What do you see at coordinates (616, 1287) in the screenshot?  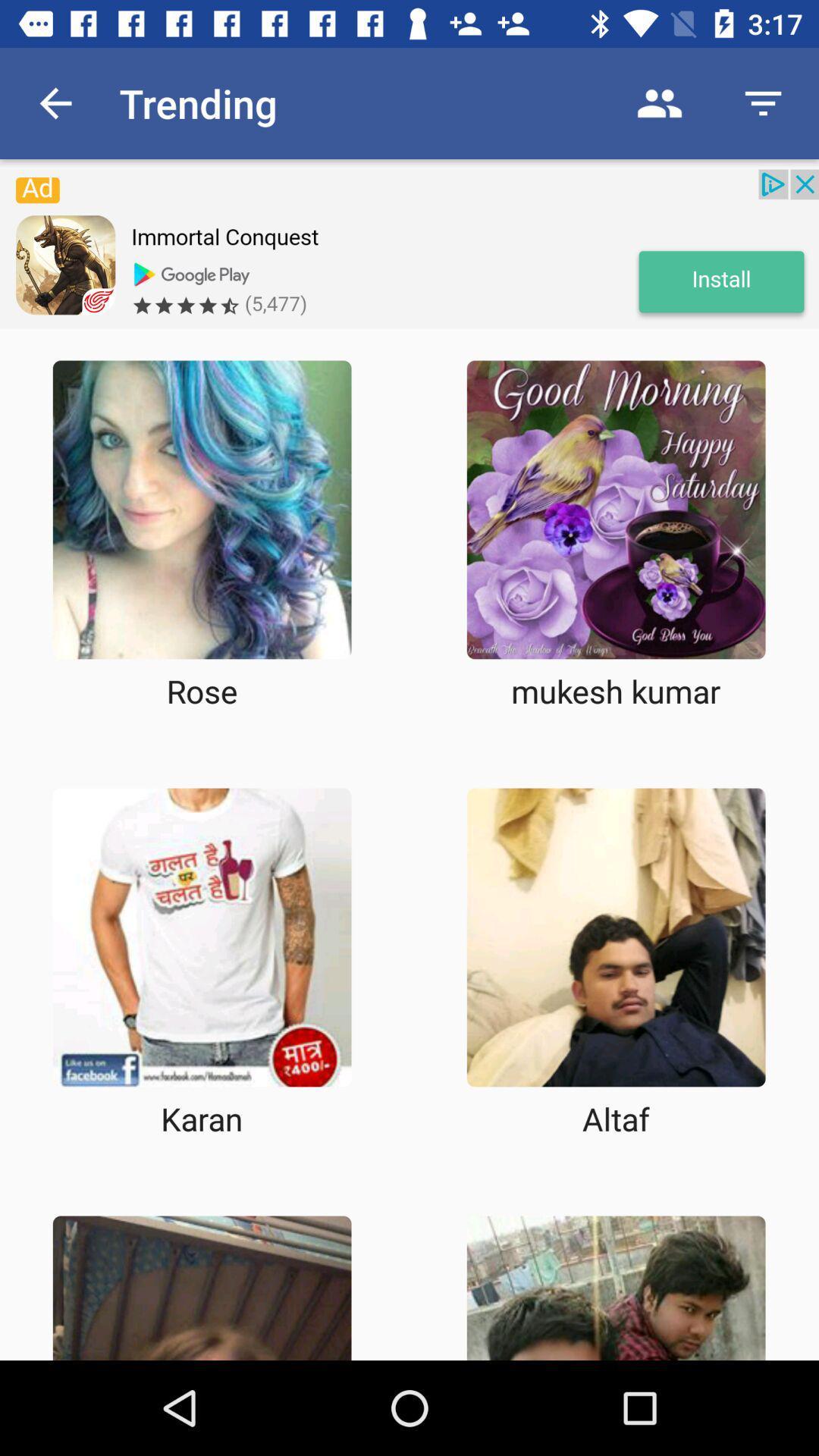 I see `choose box` at bounding box center [616, 1287].